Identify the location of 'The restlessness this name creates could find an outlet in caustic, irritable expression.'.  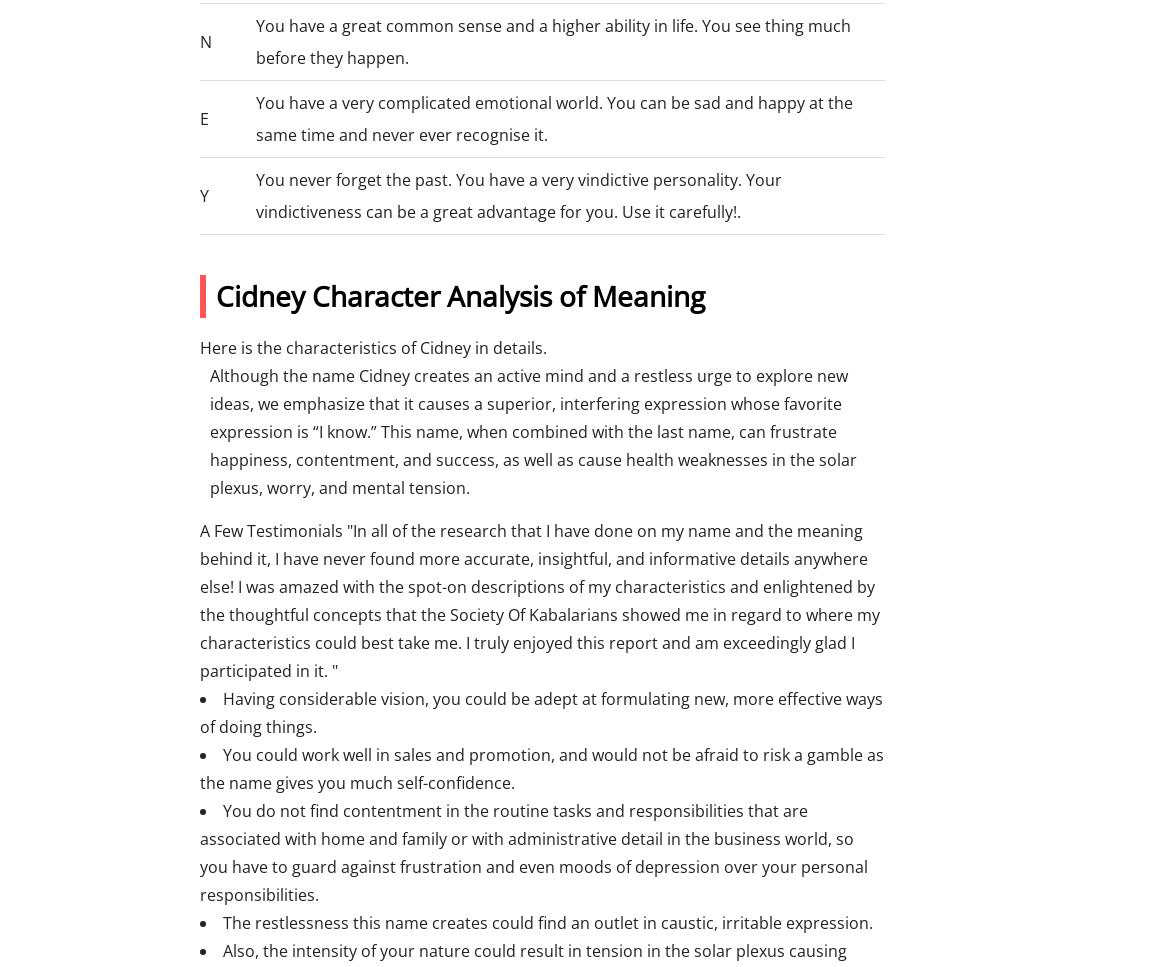
(547, 923).